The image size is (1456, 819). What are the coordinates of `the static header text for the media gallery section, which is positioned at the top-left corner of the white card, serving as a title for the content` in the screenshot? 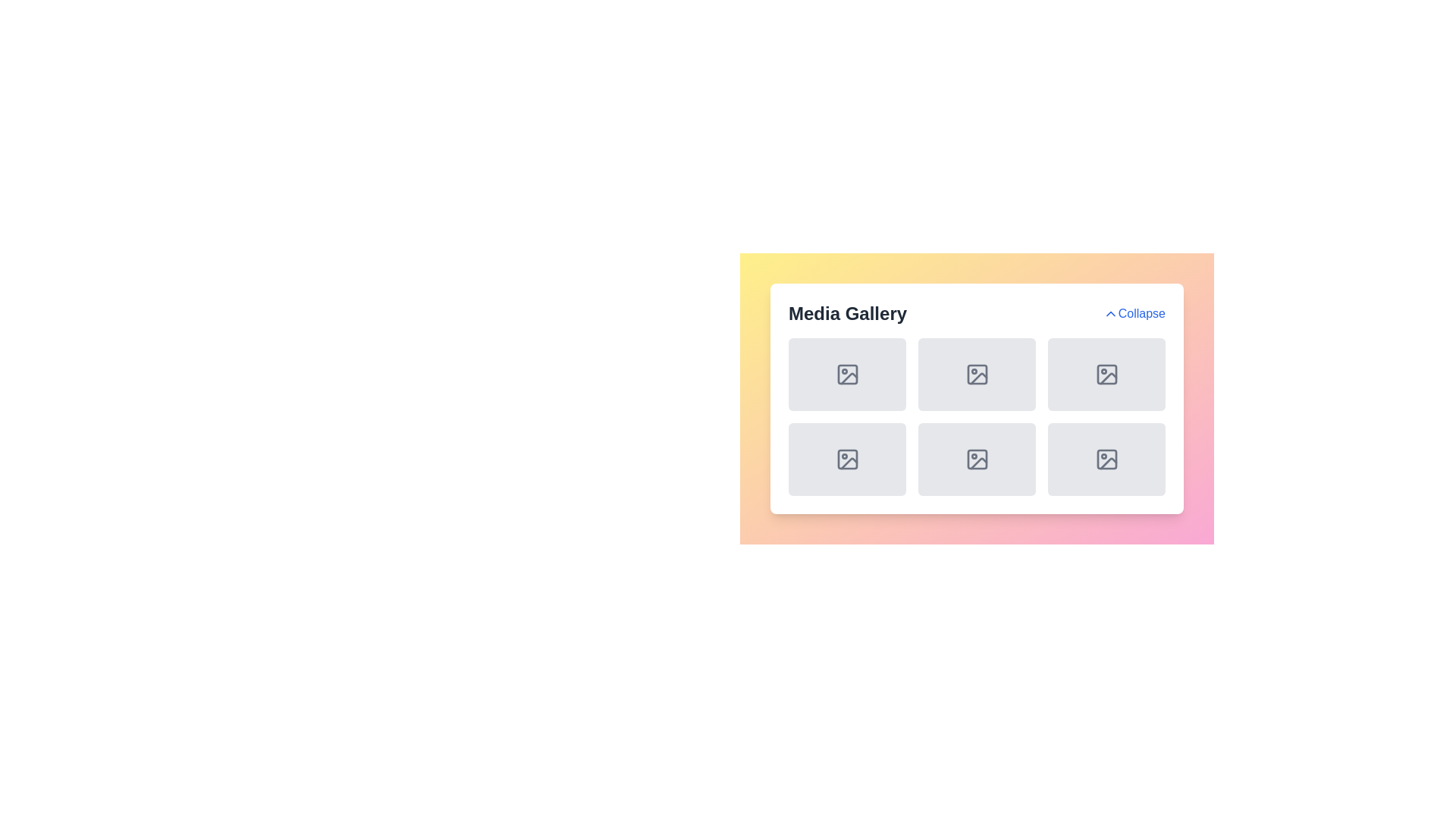 It's located at (847, 312).